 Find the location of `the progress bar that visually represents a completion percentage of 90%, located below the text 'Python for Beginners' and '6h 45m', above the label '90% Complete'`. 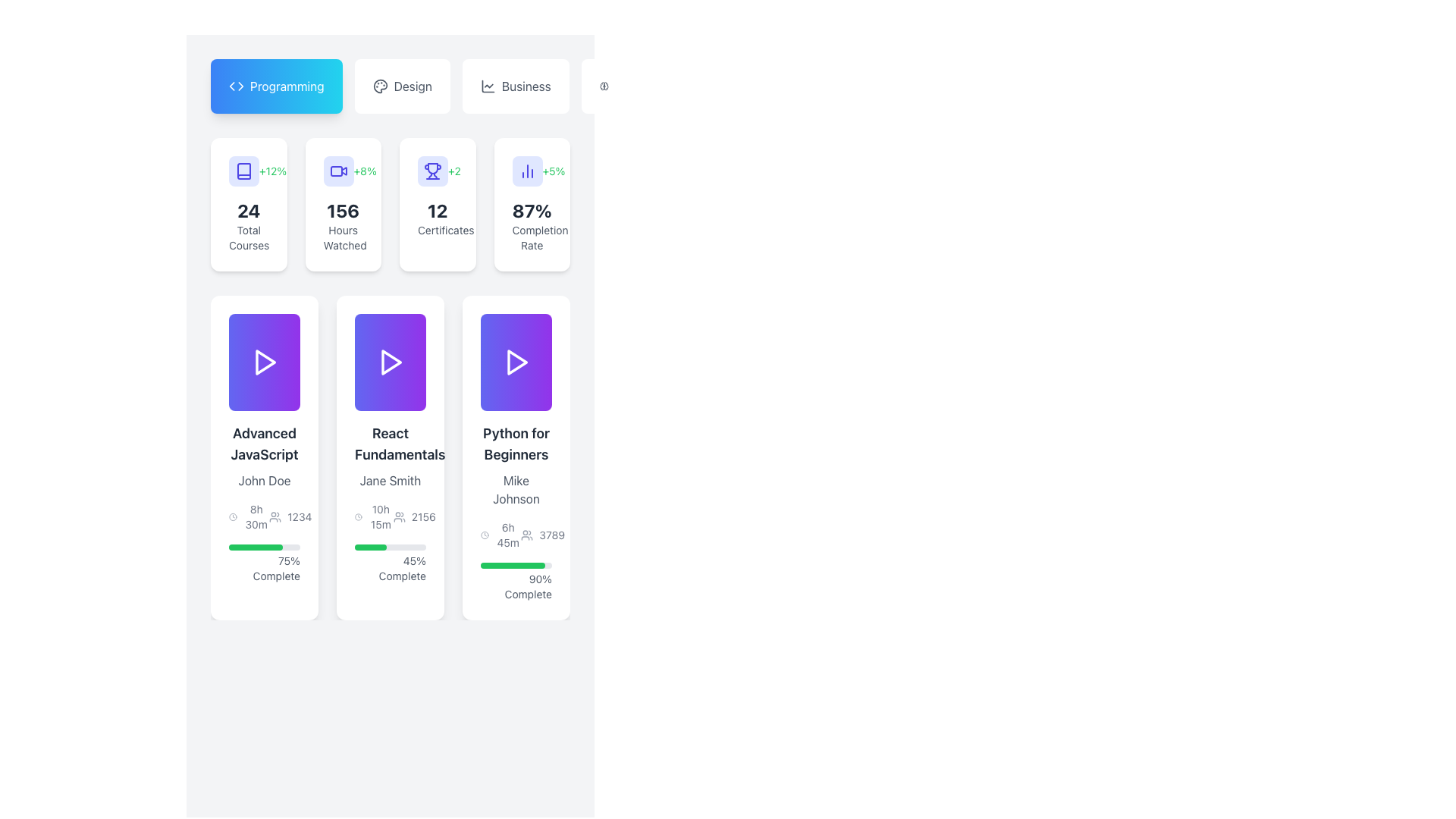

the progress bar that visually represents a completion percentage of 90%, located below the text 'Python for Beginners' and '6h 45m', above the label '90% Complete' is located at coordinates (516, 565).